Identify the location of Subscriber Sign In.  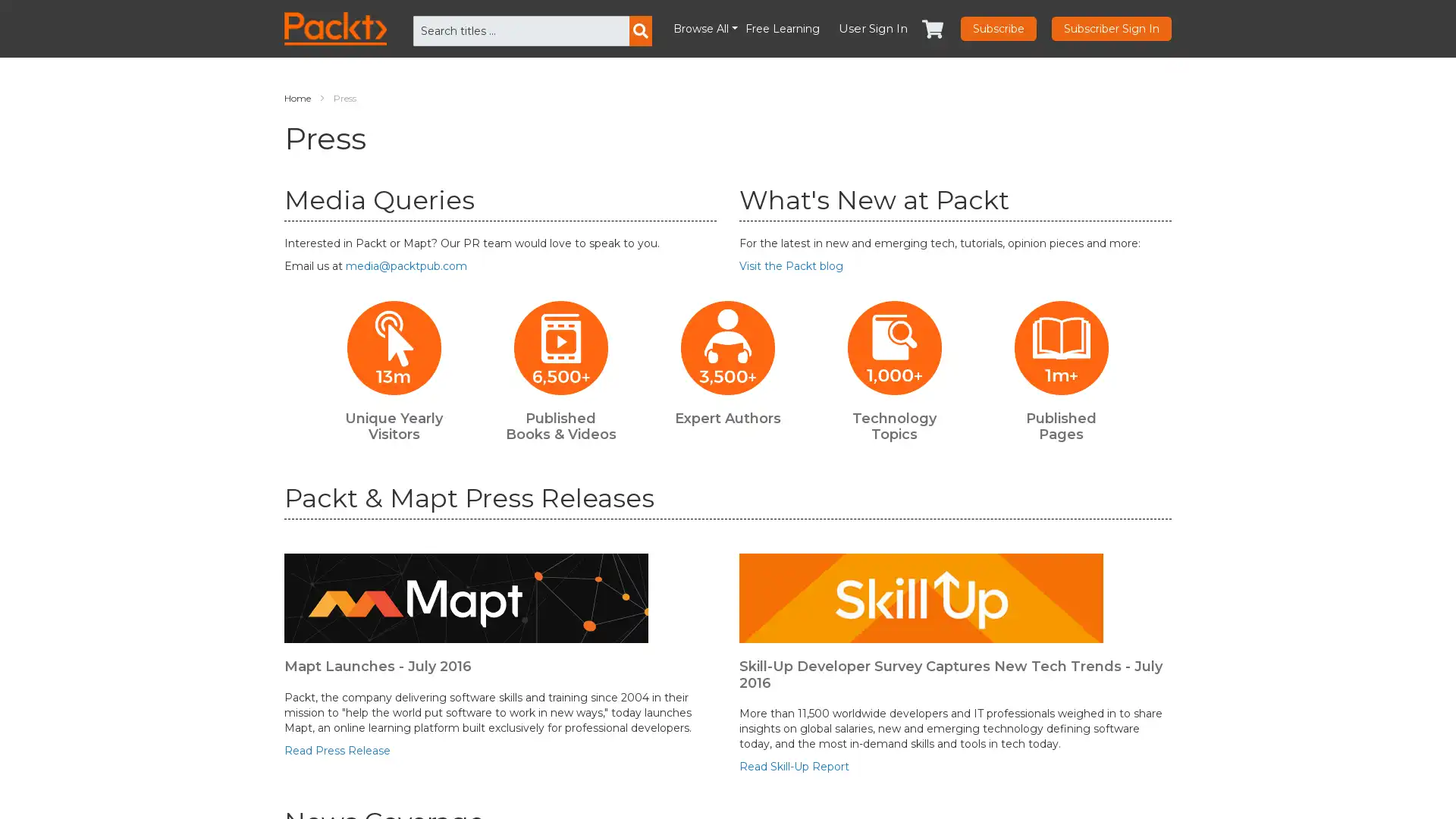
(1111, 29).